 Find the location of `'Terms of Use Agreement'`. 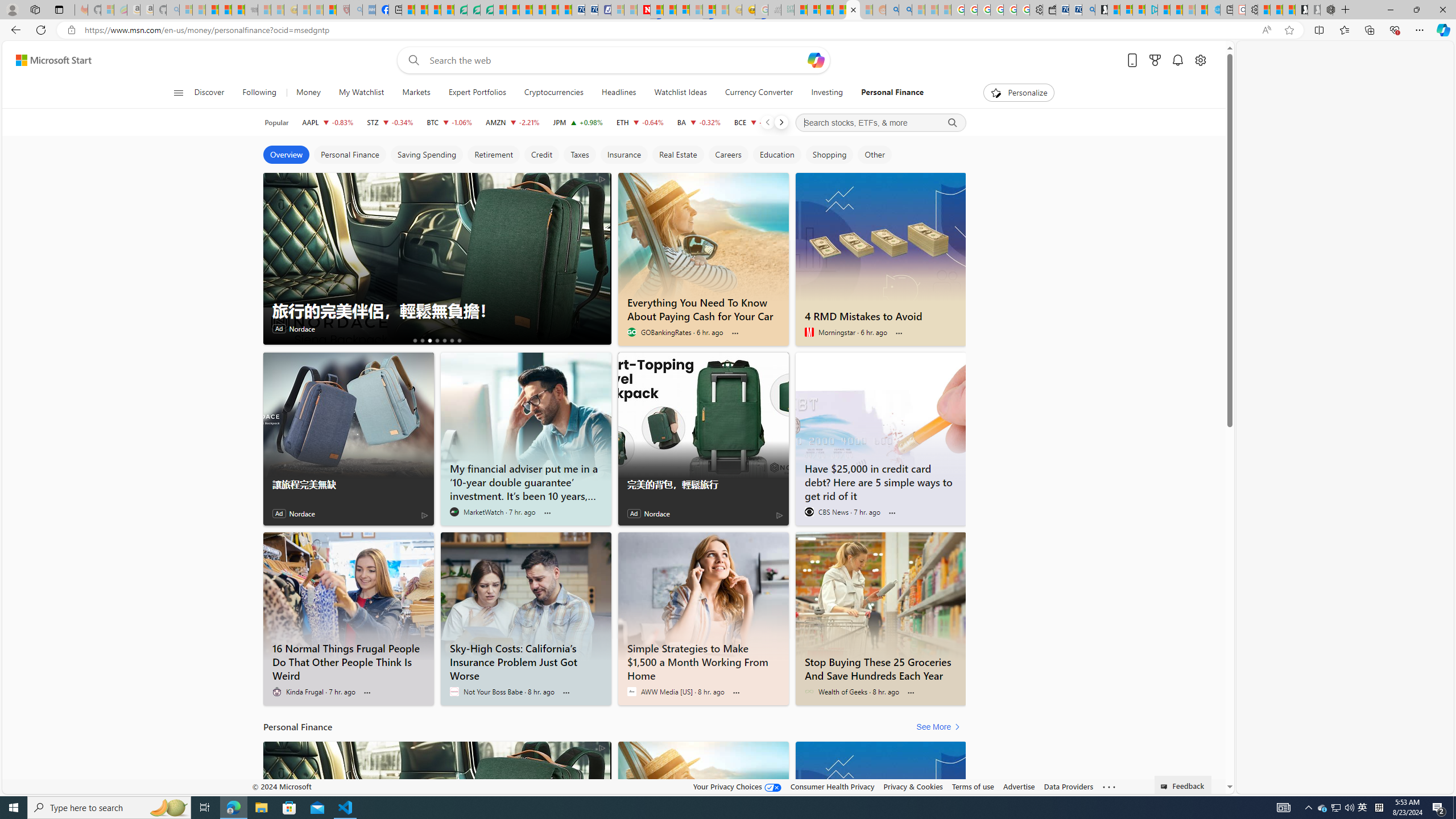

'Terms of Use Agreement' is located at coordinates (473, 9).